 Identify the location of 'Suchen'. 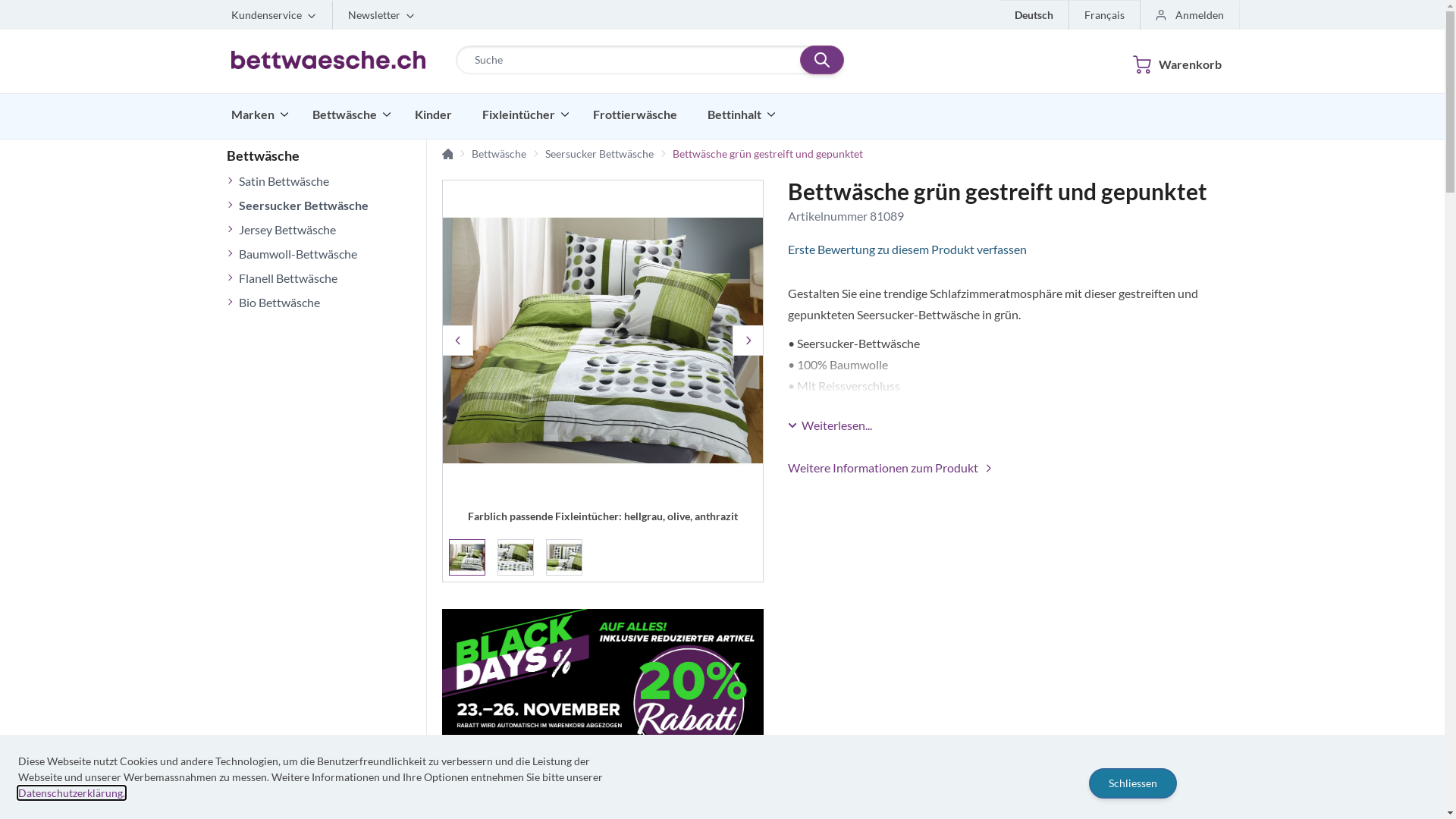
(821, 58).